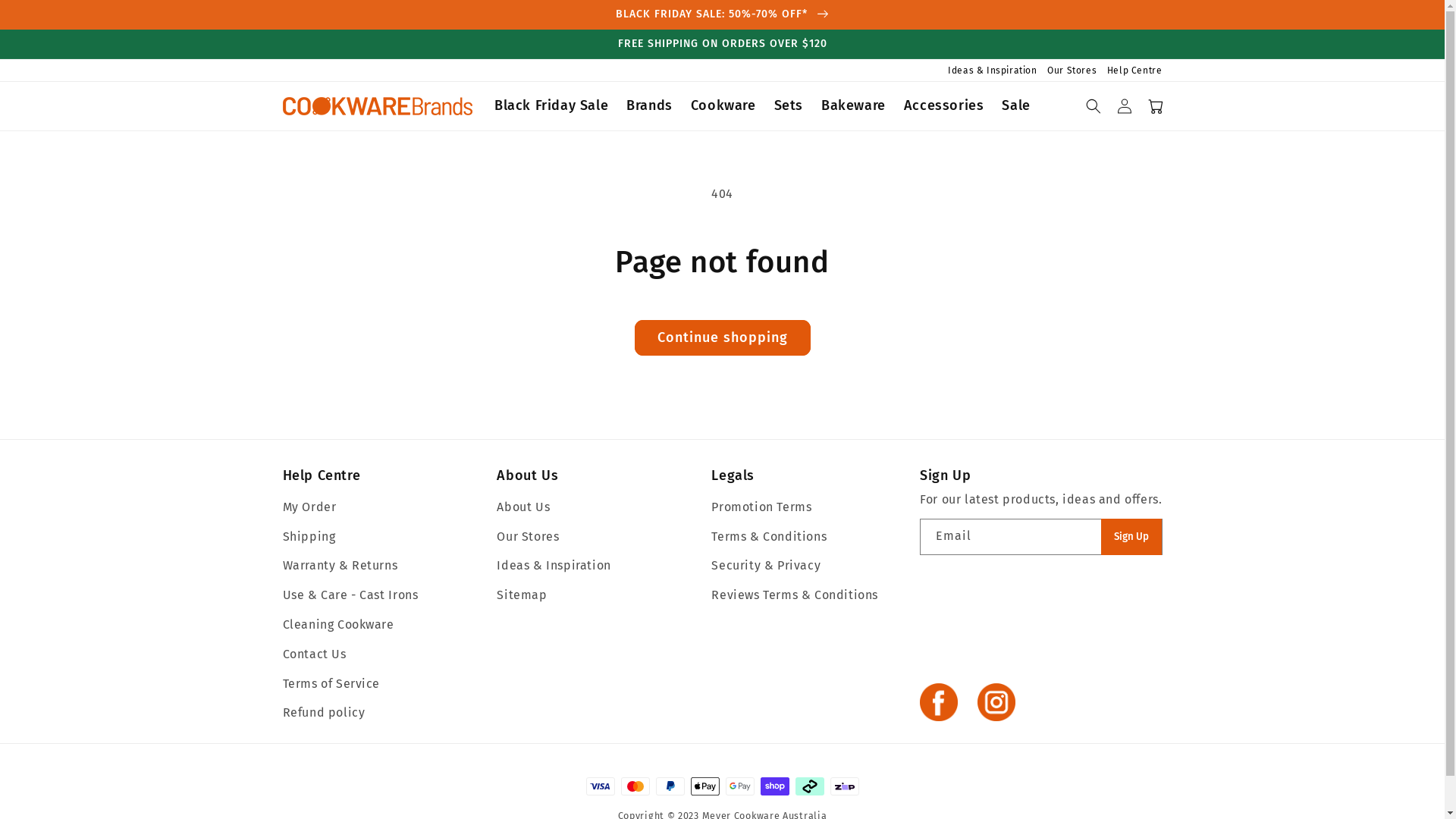 This screenshot has width=1456, height=819. I want to click on 'Help Centre', so click(1131, 70).